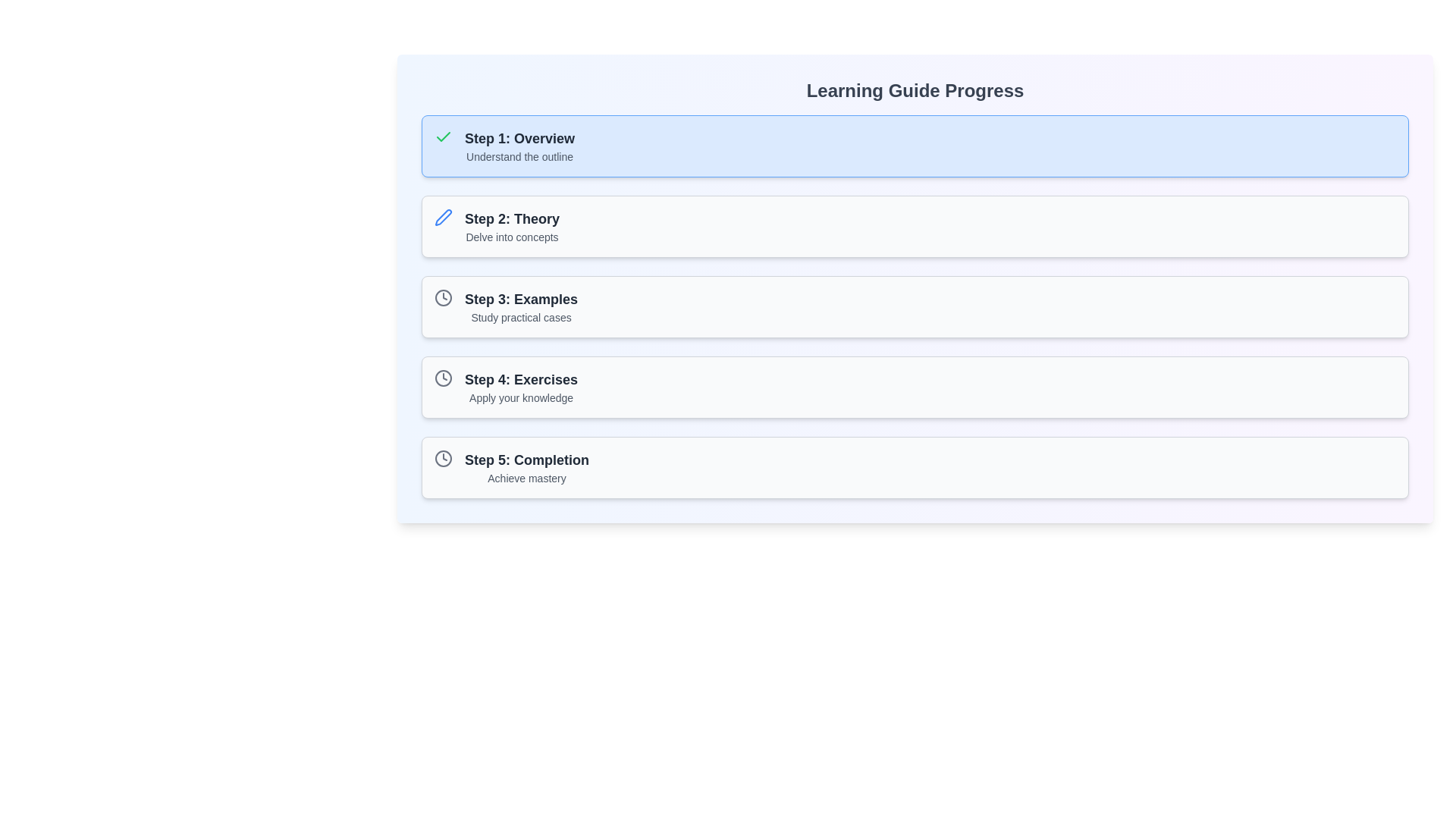  Describe the element at coordinates (443, 217) in the screenshot. I see `the blue pen icon located on the left side of the text in the 'Step 2: Theory' card of the progression guide` at that location.